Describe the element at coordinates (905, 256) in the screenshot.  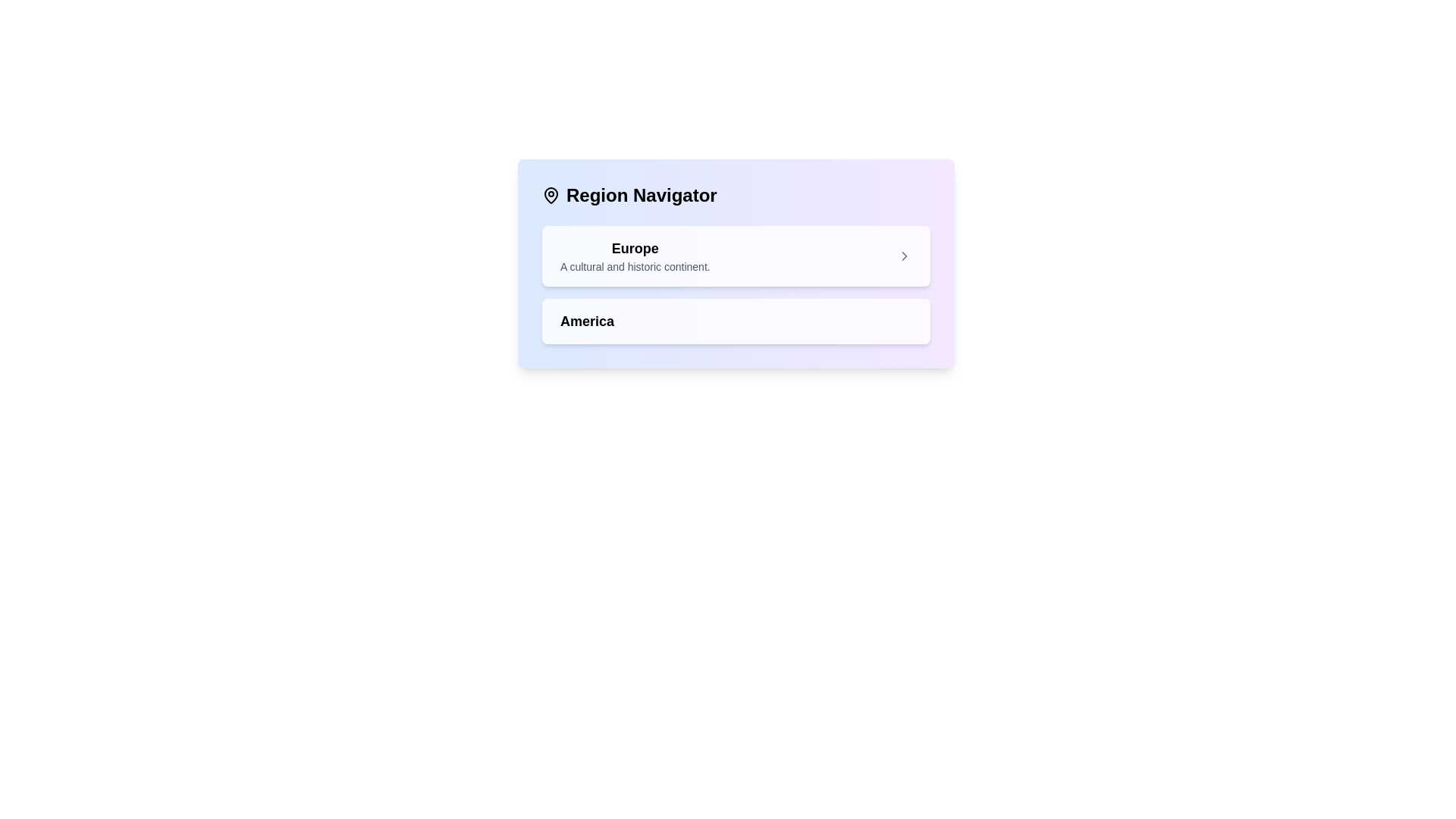
I see `the minimalistic right-pointing chevron icon in the SVG icon group that is positioned to the far right of the 'Europe' option row` at that location.